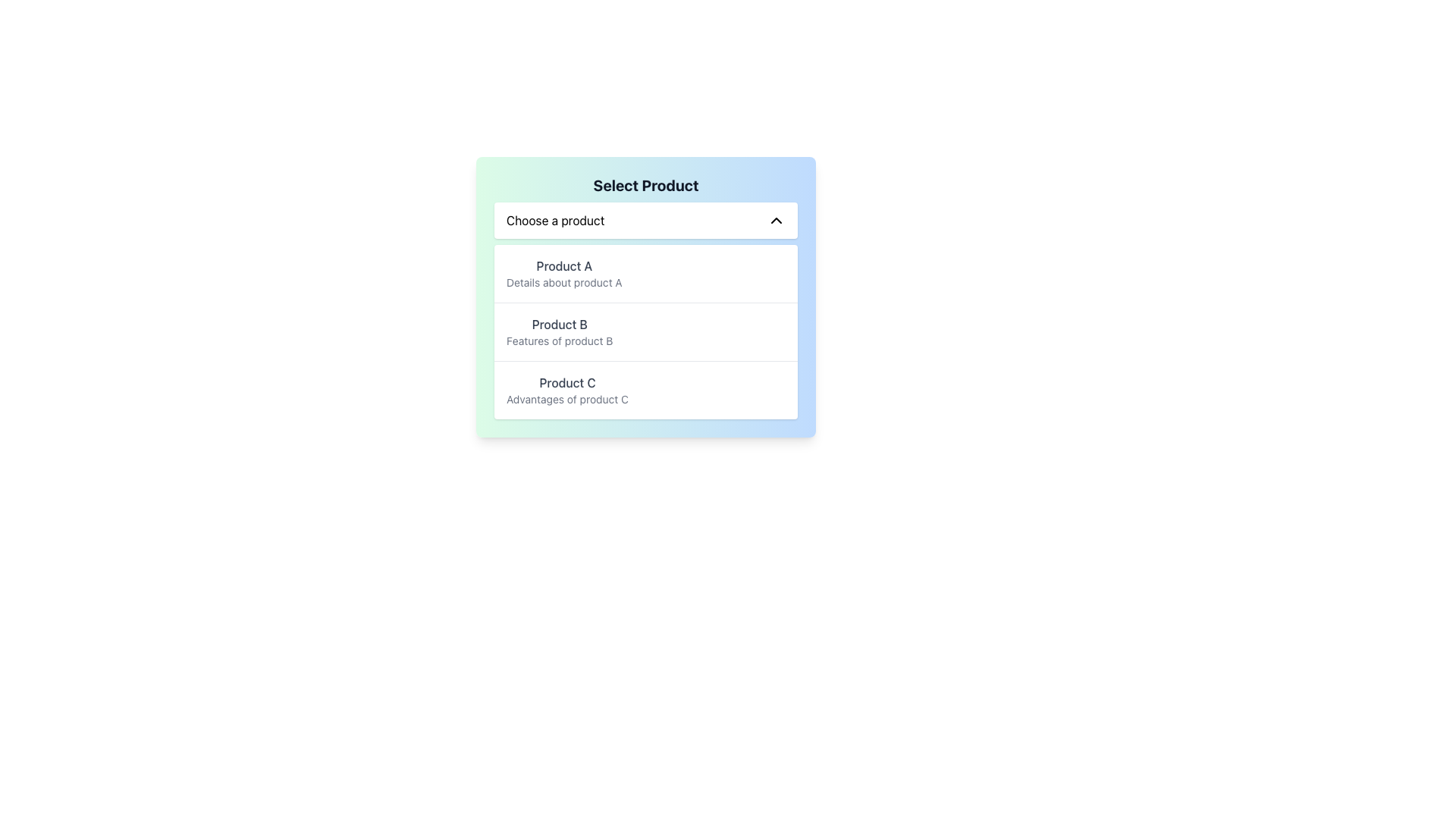 The height and width of the screenshot is (819, 1456). Describe the element at coordinates (566, 399) in the screenshot. I see `the label that reads 'Advantages of product C', which is styled in a smaller font size and lighter gray color, located beneath the heading 'Product C' in the card structure` at that location.